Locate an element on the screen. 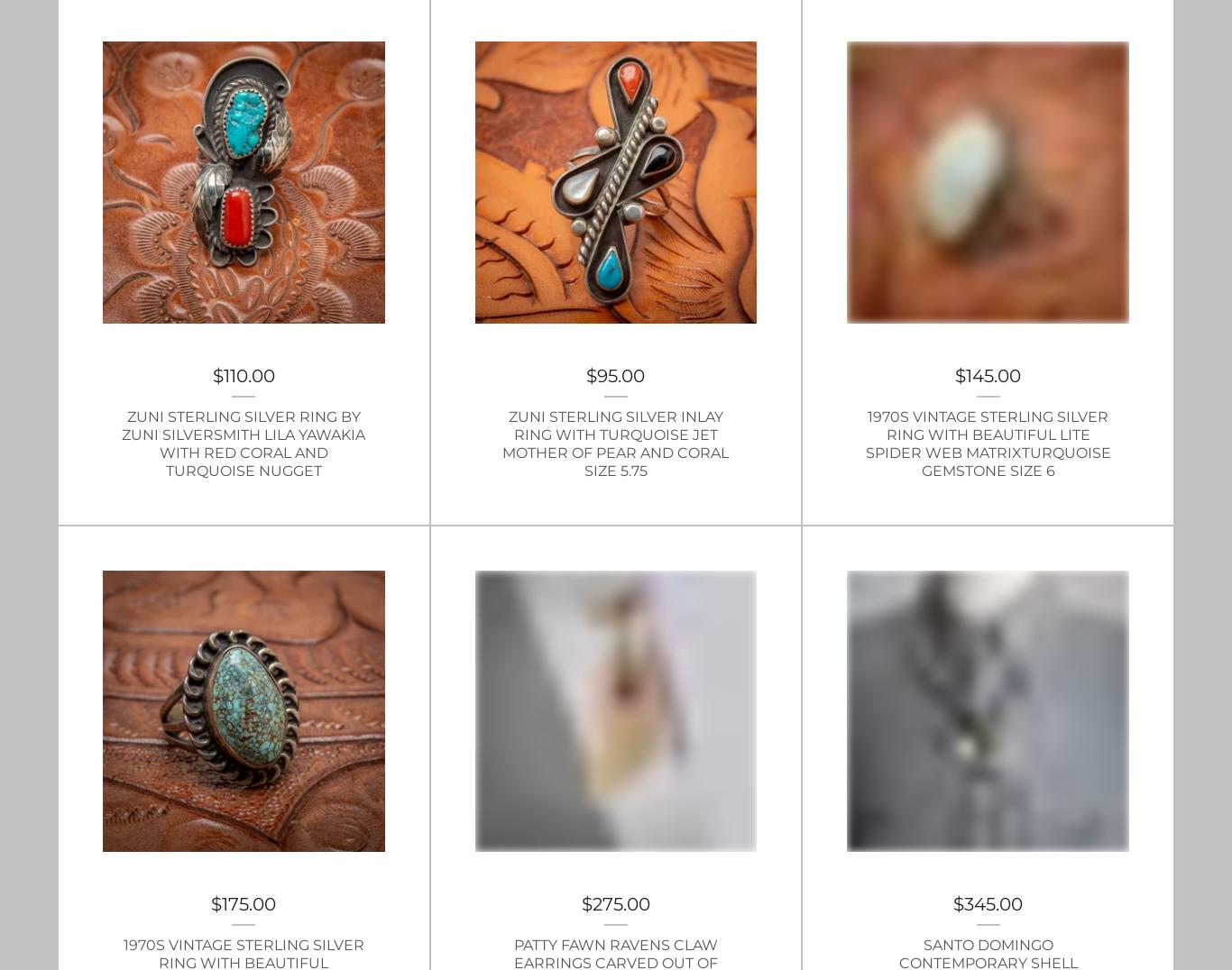 The image size is (1232, 970). '275.00' is located at coordinates (621, 903).